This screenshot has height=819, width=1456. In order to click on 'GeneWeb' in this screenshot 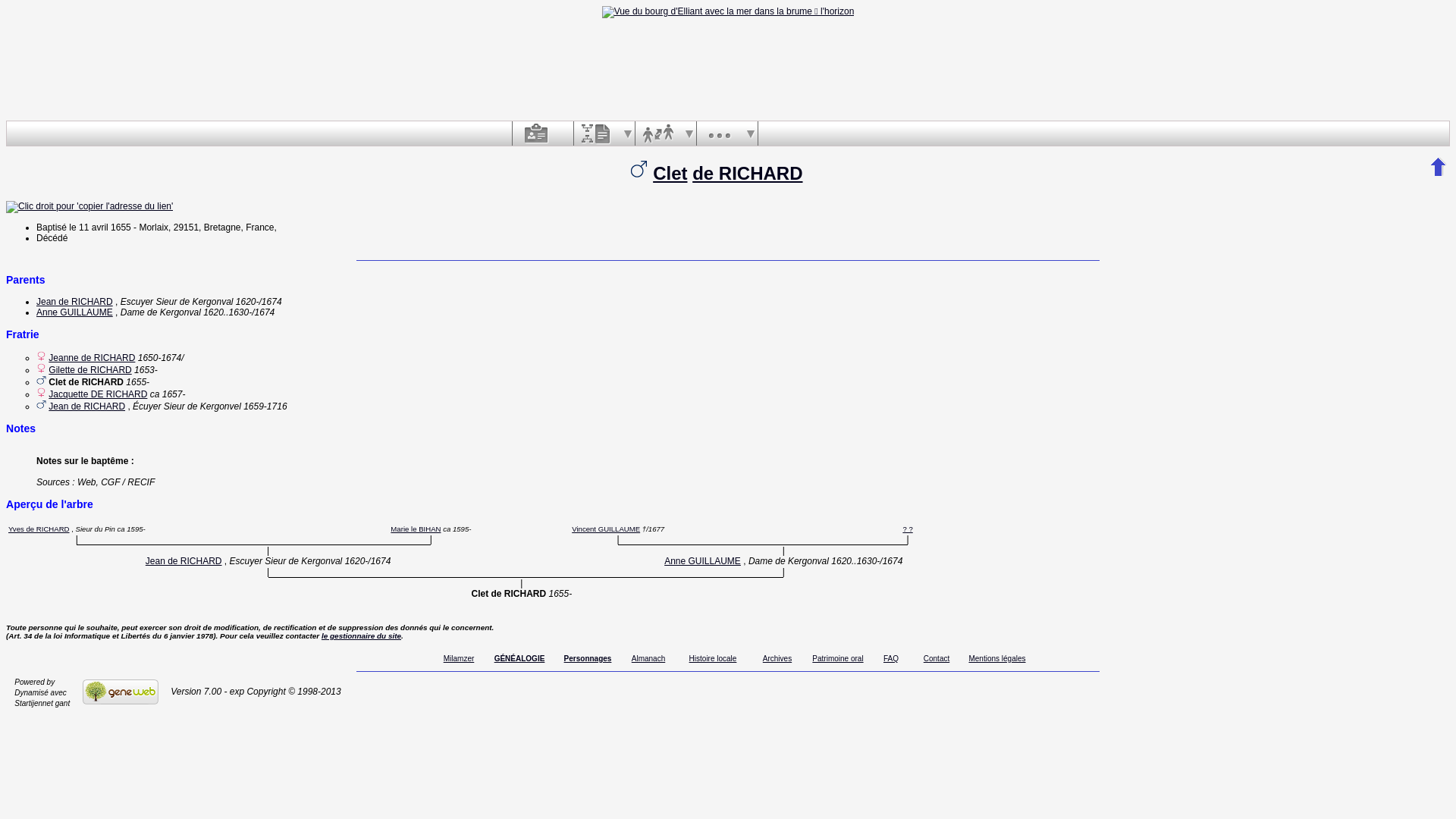, I will do `click(119, 692)`.